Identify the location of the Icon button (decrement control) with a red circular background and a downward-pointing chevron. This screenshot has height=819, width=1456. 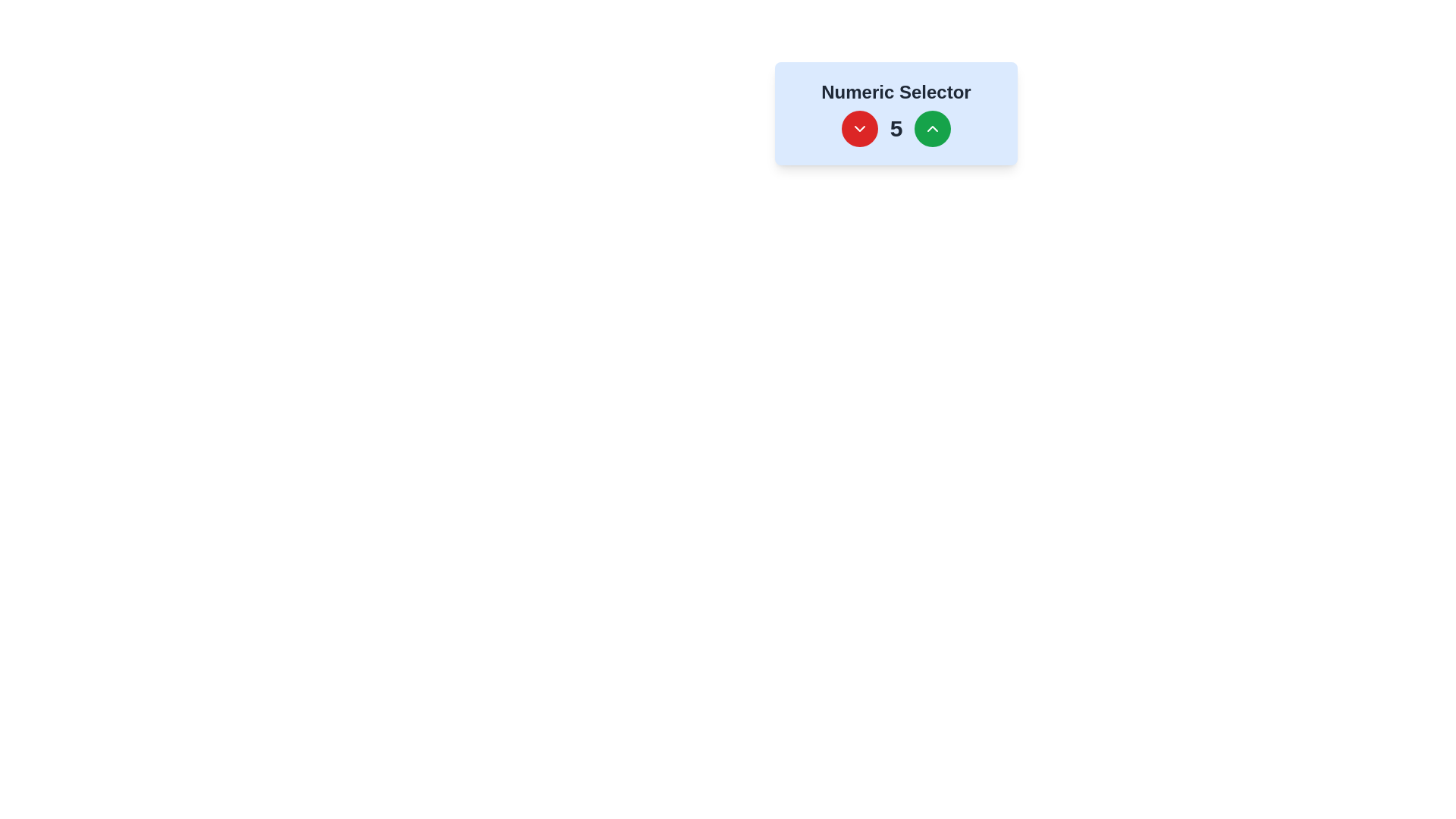
(859, 127).